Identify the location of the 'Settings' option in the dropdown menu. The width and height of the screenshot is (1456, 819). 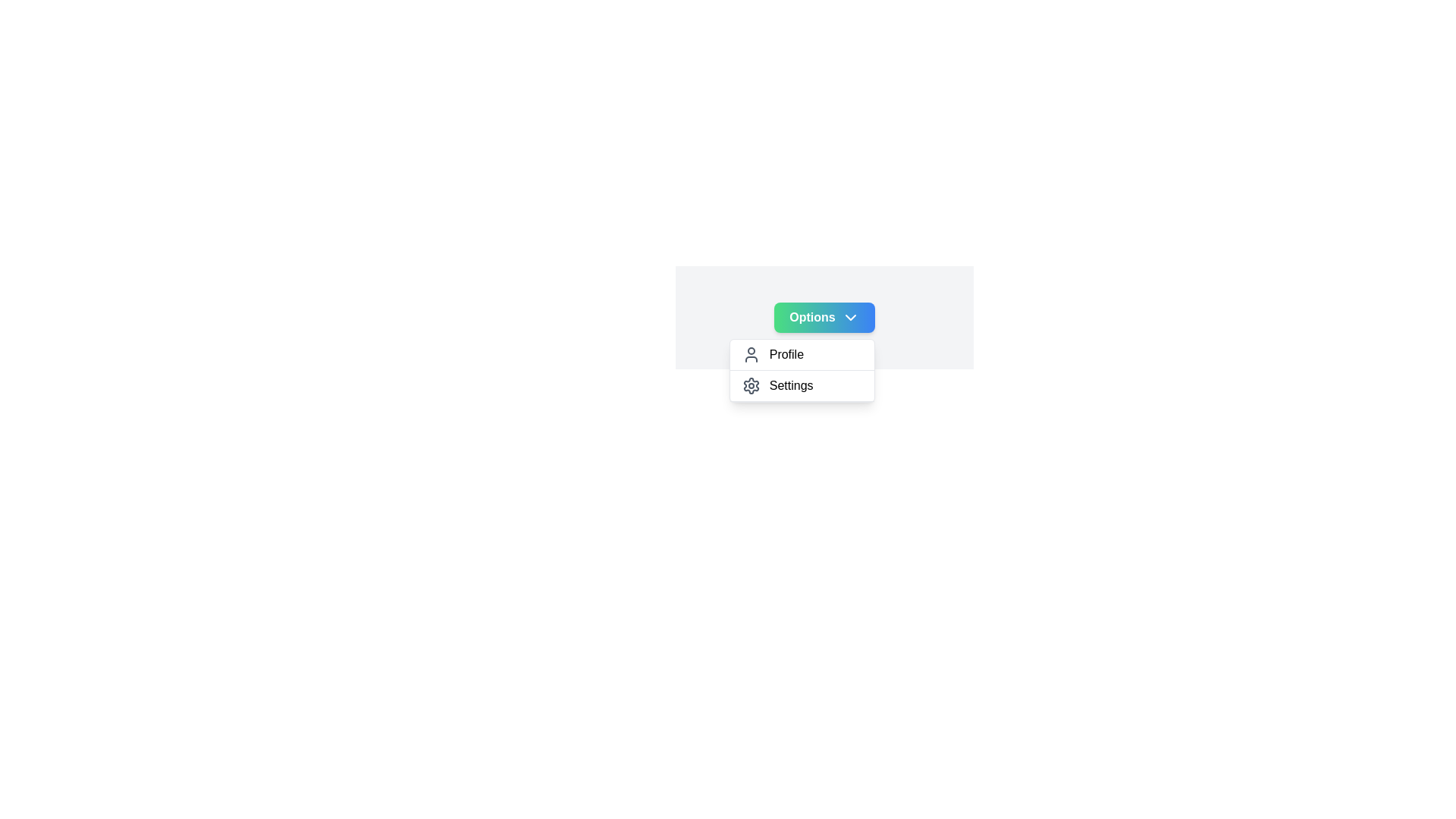
(800, 385).